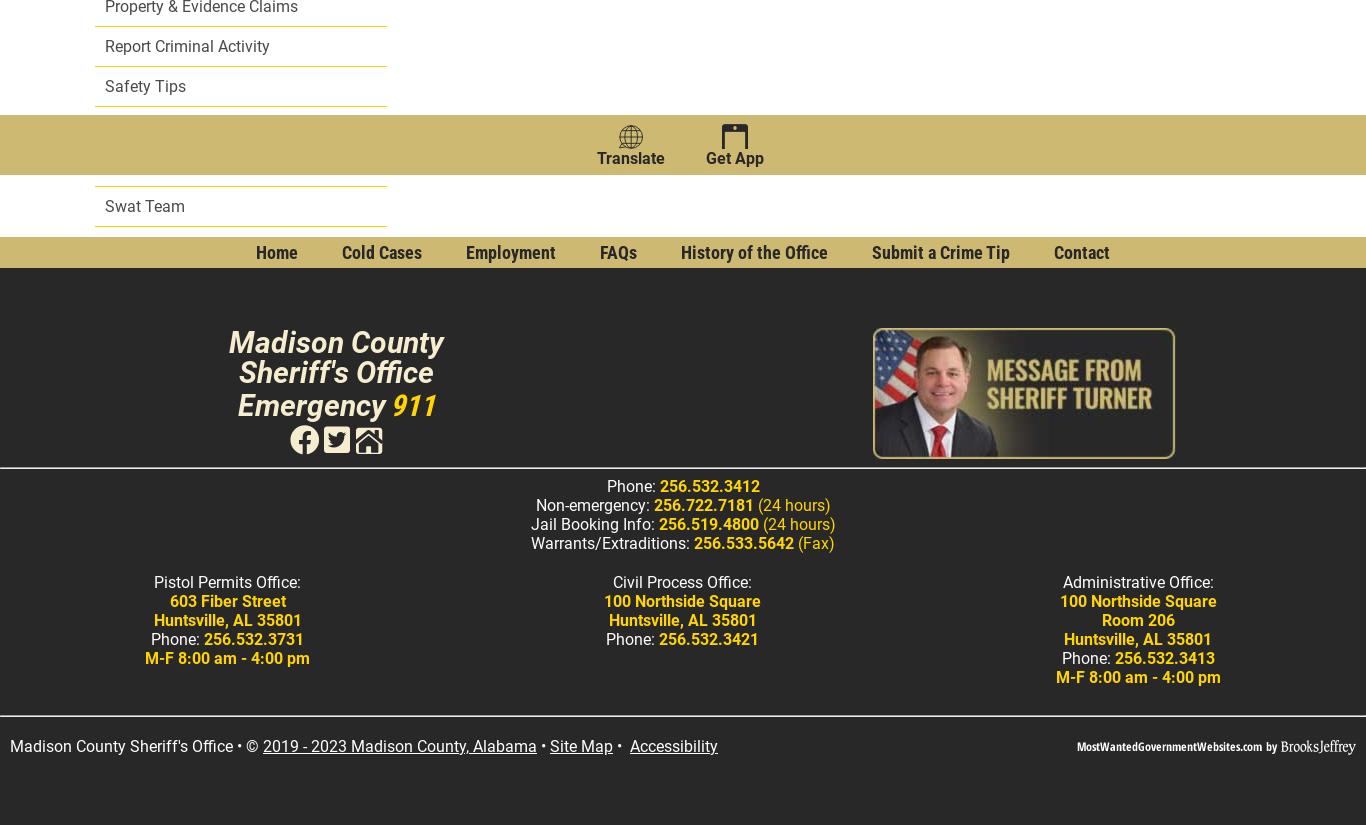  What do you see at coordinates (1163, 657) in the screenshot?
I see `'256.532.3413'` at bounding box center [1163, 657].